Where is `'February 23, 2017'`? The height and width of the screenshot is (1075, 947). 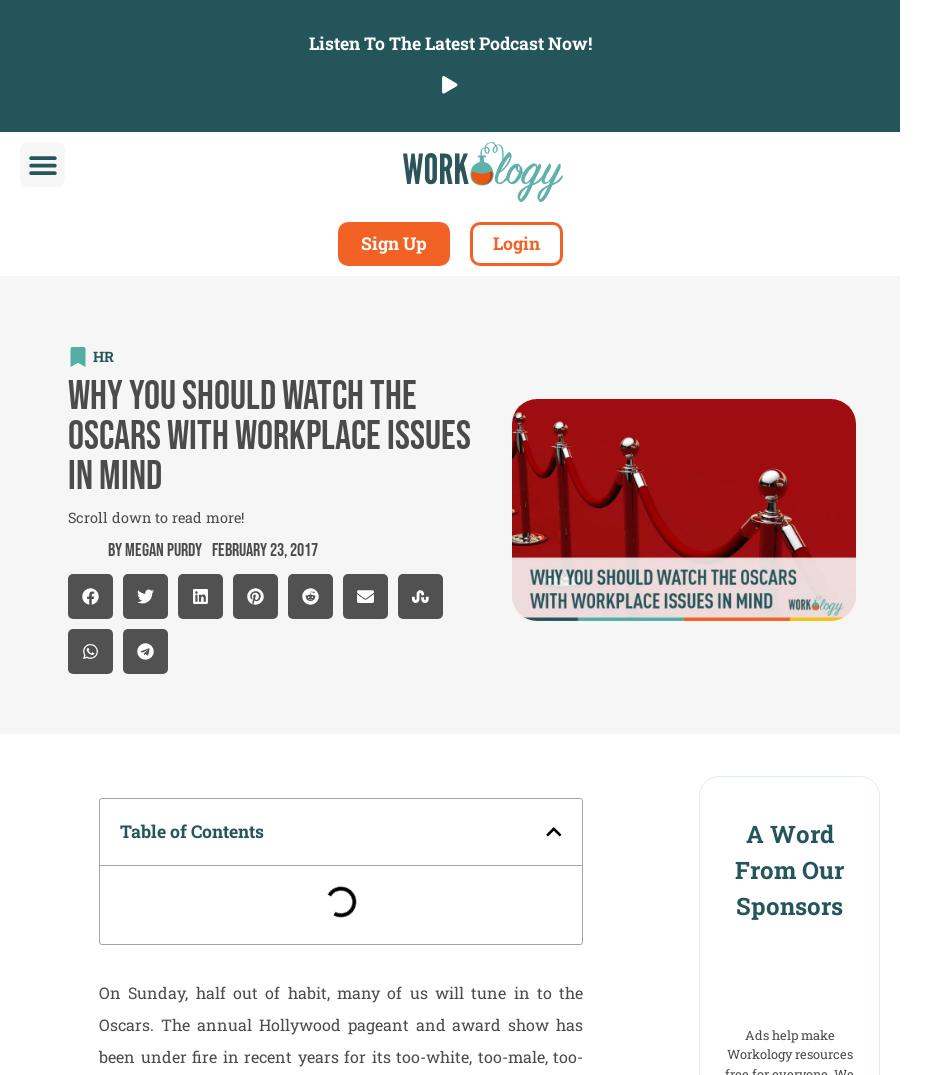 'February 23, 2017' is located at coordinates (264, 549).